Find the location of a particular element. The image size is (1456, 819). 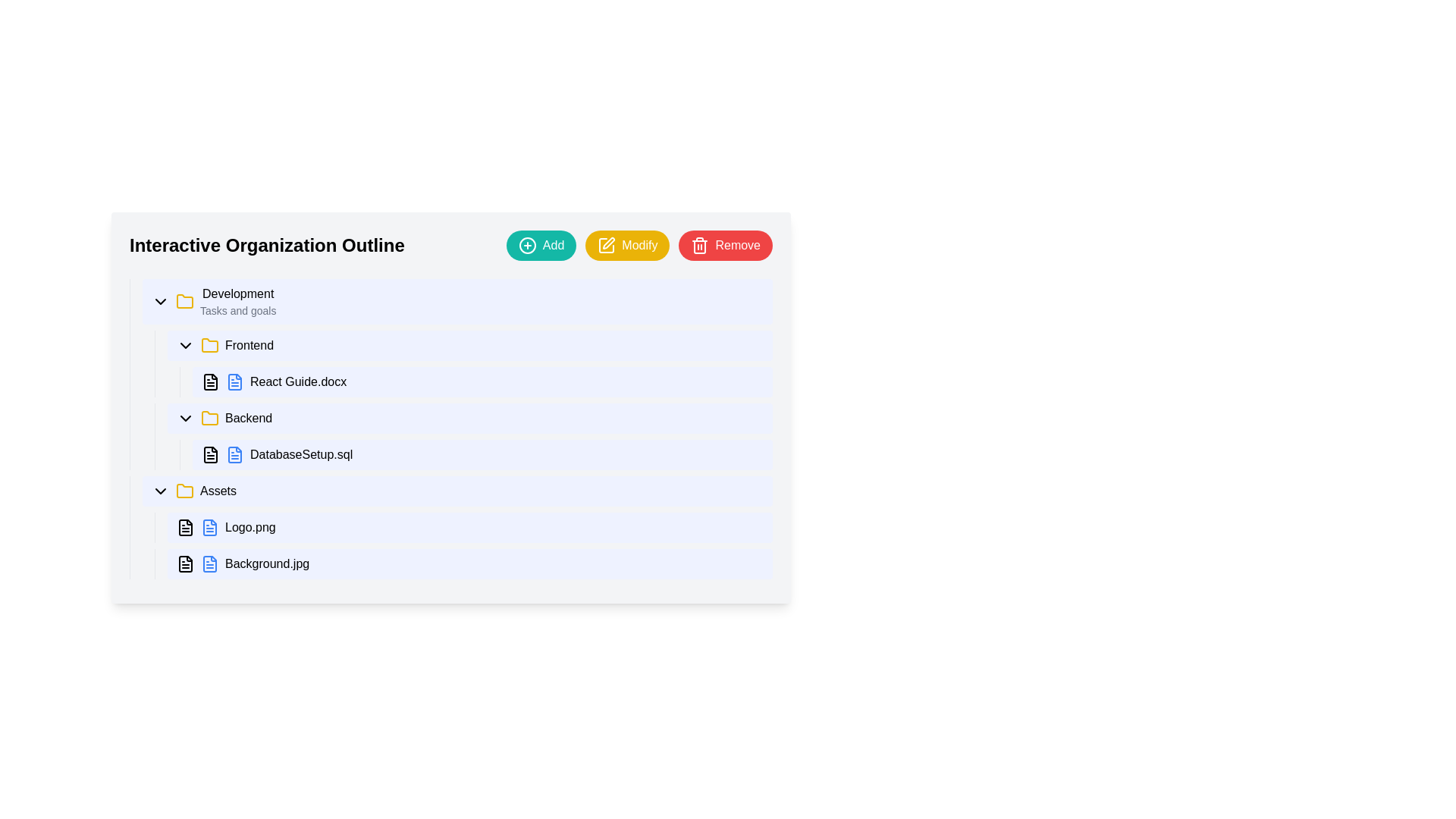

to select the file item named 'Logo.png' located within the 'Assets' folder in the hierarchical file structure is located at coordinates (450, 526).